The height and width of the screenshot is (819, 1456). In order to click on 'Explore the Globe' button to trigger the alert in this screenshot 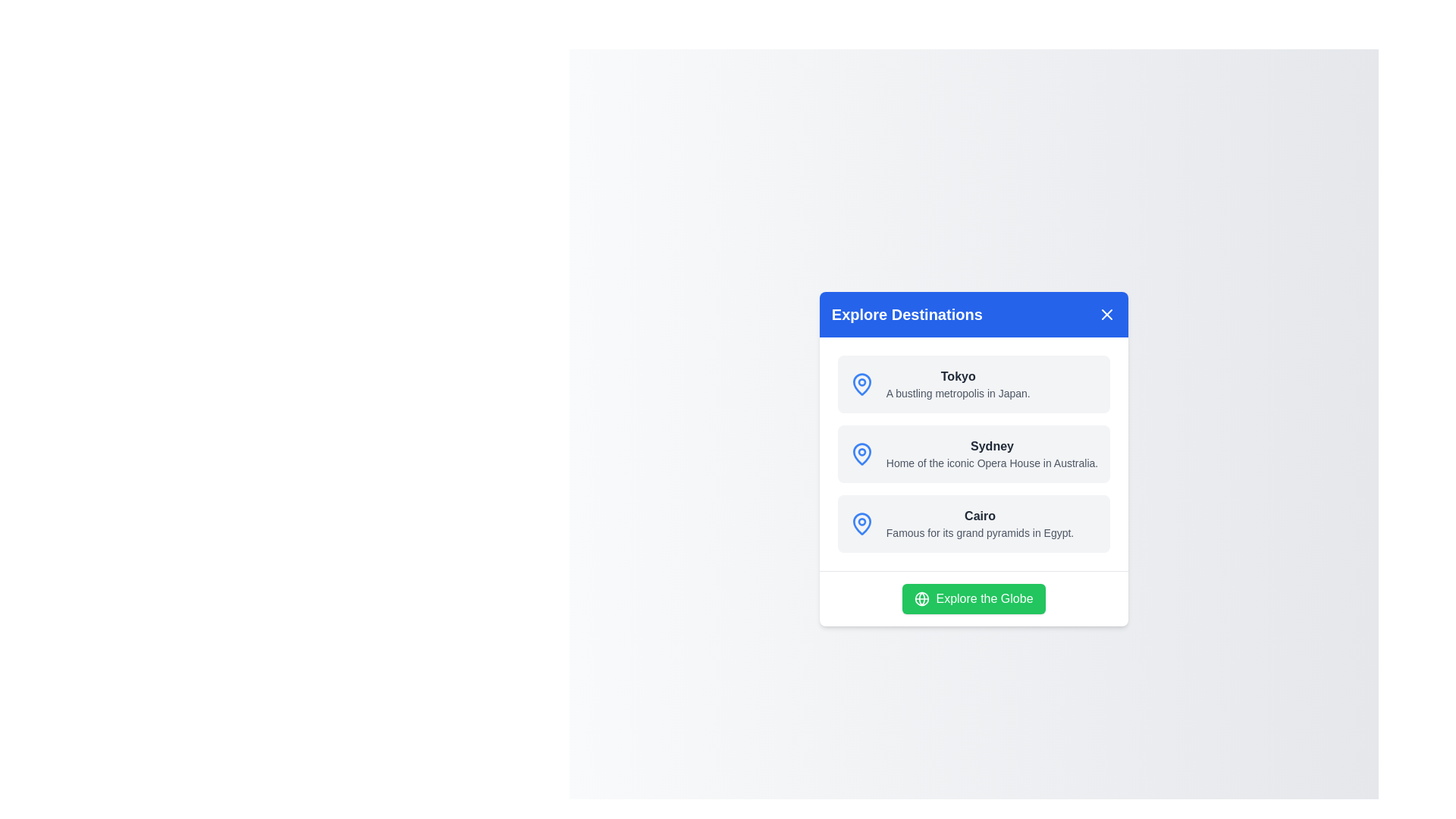, I will do `click(973, 598)`.